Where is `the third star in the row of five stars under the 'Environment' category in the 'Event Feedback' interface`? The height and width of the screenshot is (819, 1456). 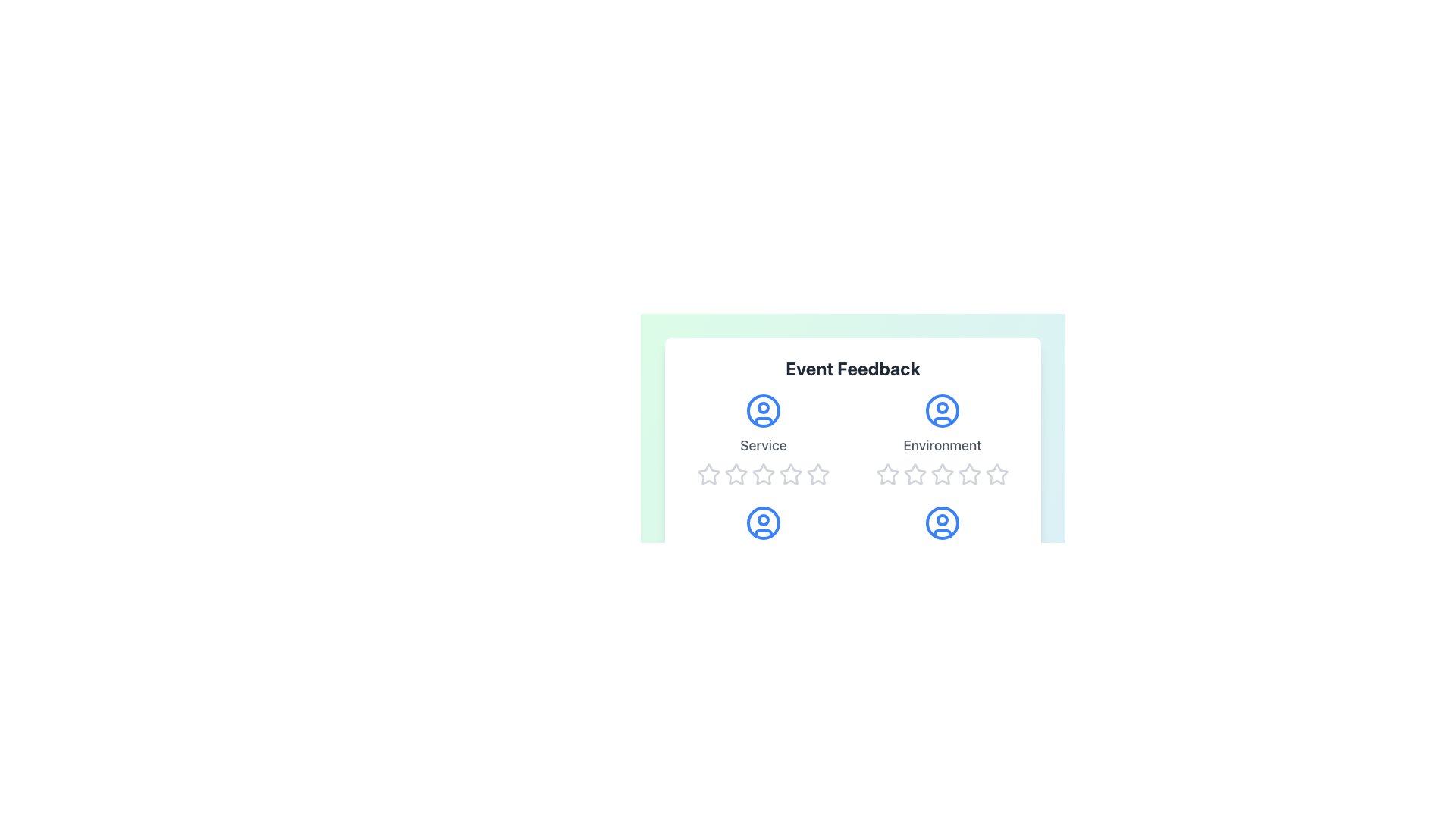
the third star in the row of five stars under the 'Environment' category in the 'Event Feedback' interface is located at coordinates (968, 472).